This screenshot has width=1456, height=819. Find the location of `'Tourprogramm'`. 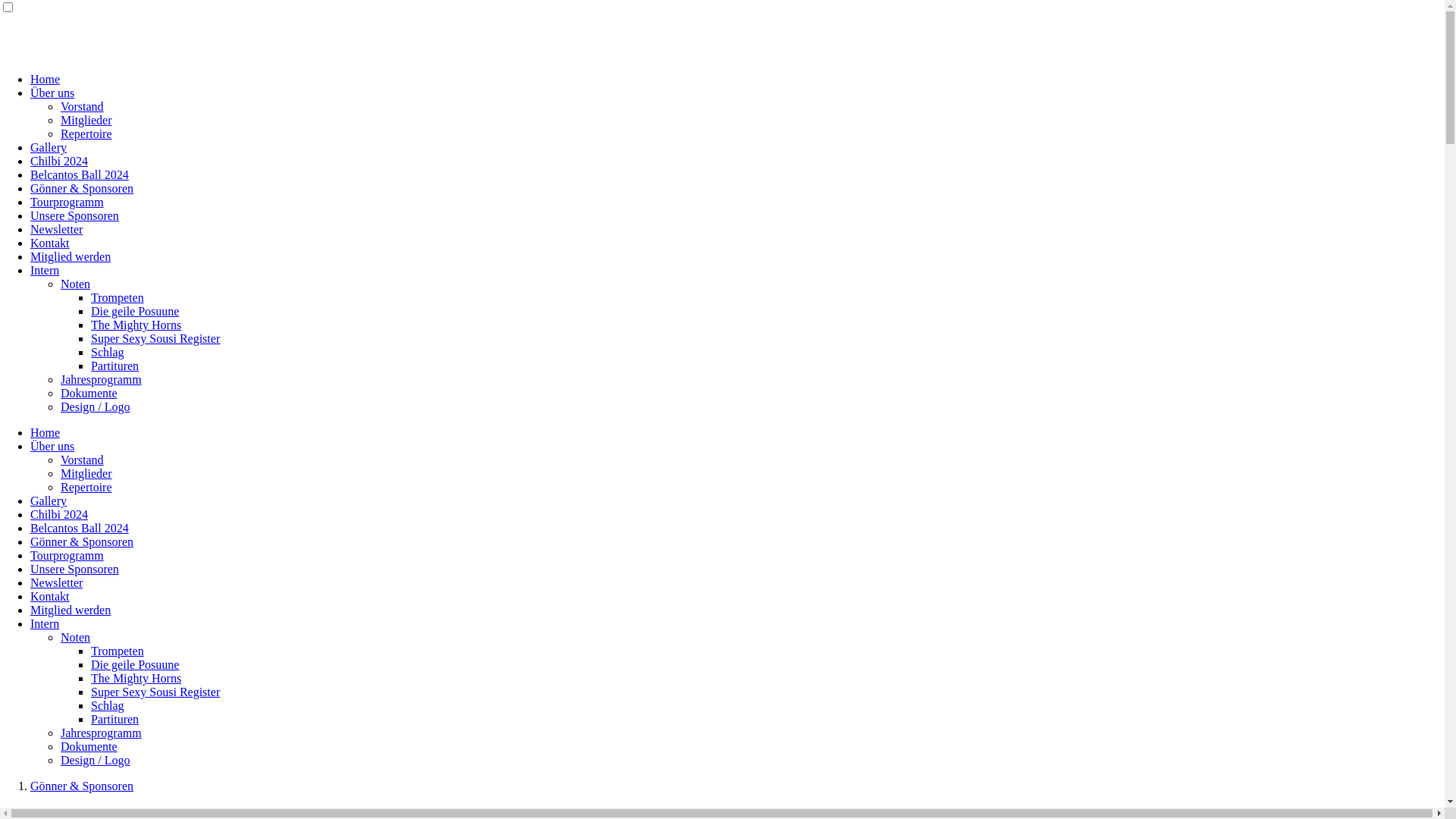

'Tourprogramm' is located at coordinates (66, 555).